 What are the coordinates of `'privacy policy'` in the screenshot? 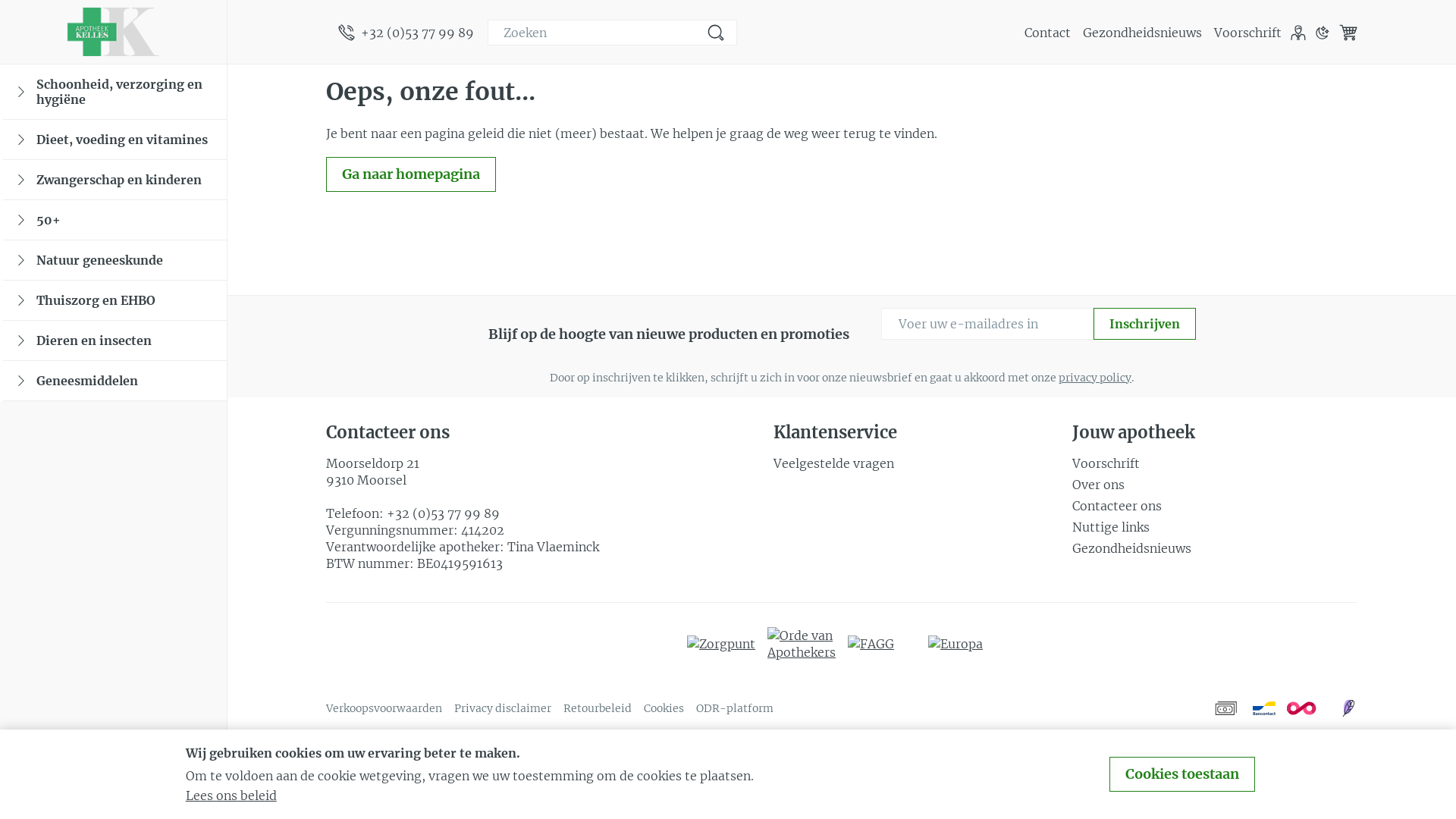 It's located at (1095, 376).